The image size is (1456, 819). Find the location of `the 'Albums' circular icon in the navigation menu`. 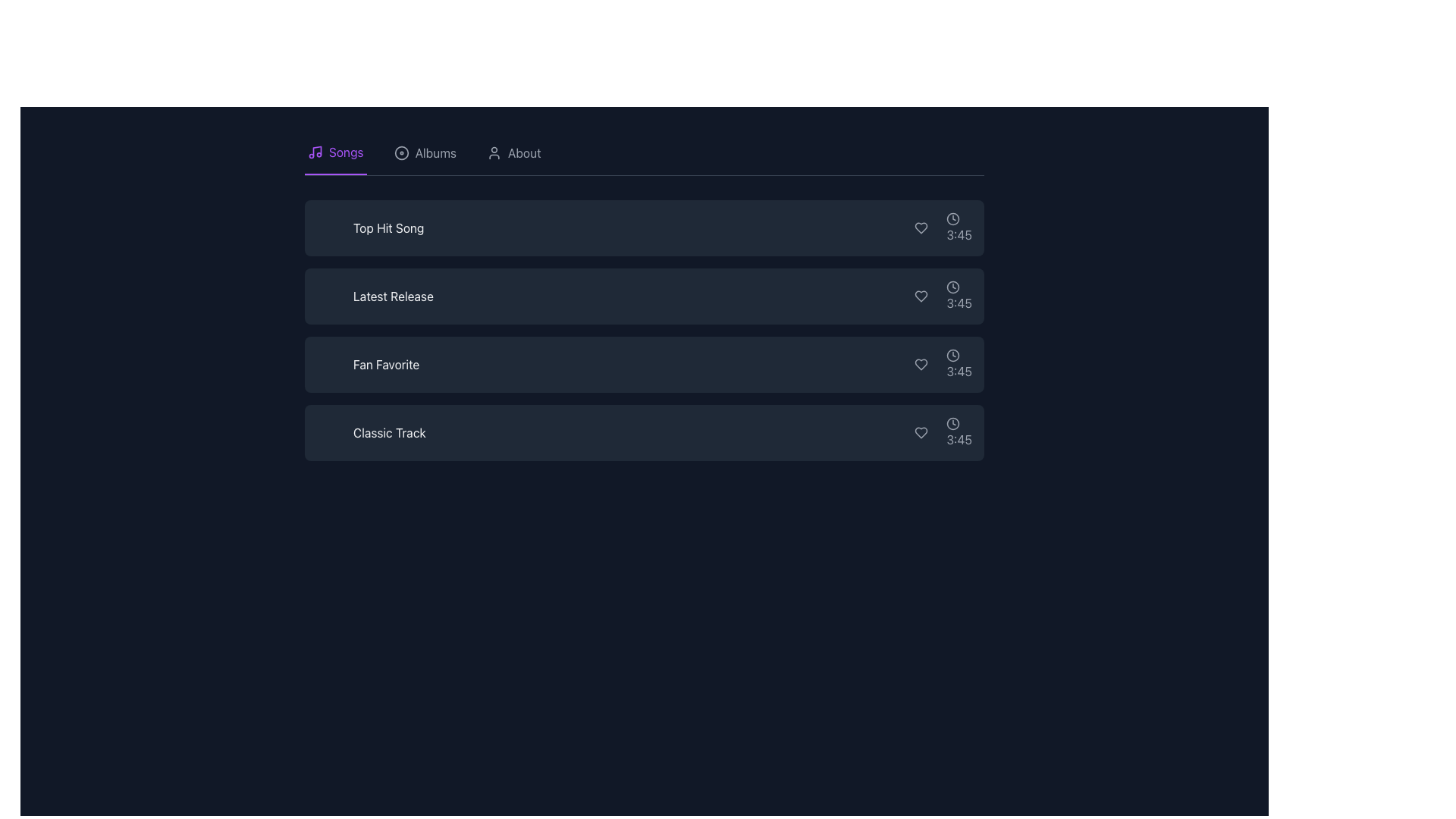

the 'Albums' circular icon in the navigation menu is located at coordinates (401, 152).